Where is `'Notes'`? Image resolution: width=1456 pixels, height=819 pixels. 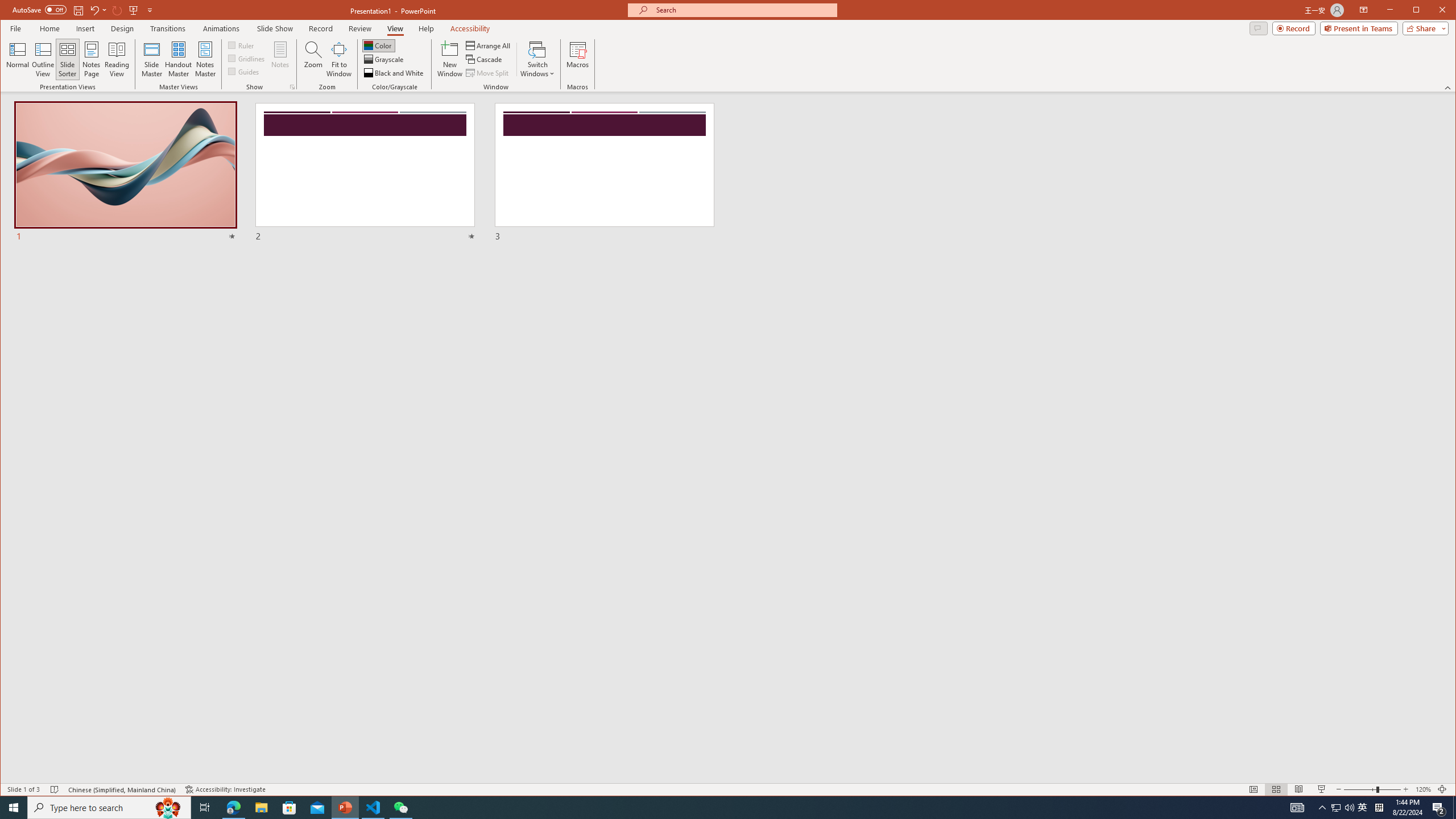 'Notes' is located at coordinates (280, 59).